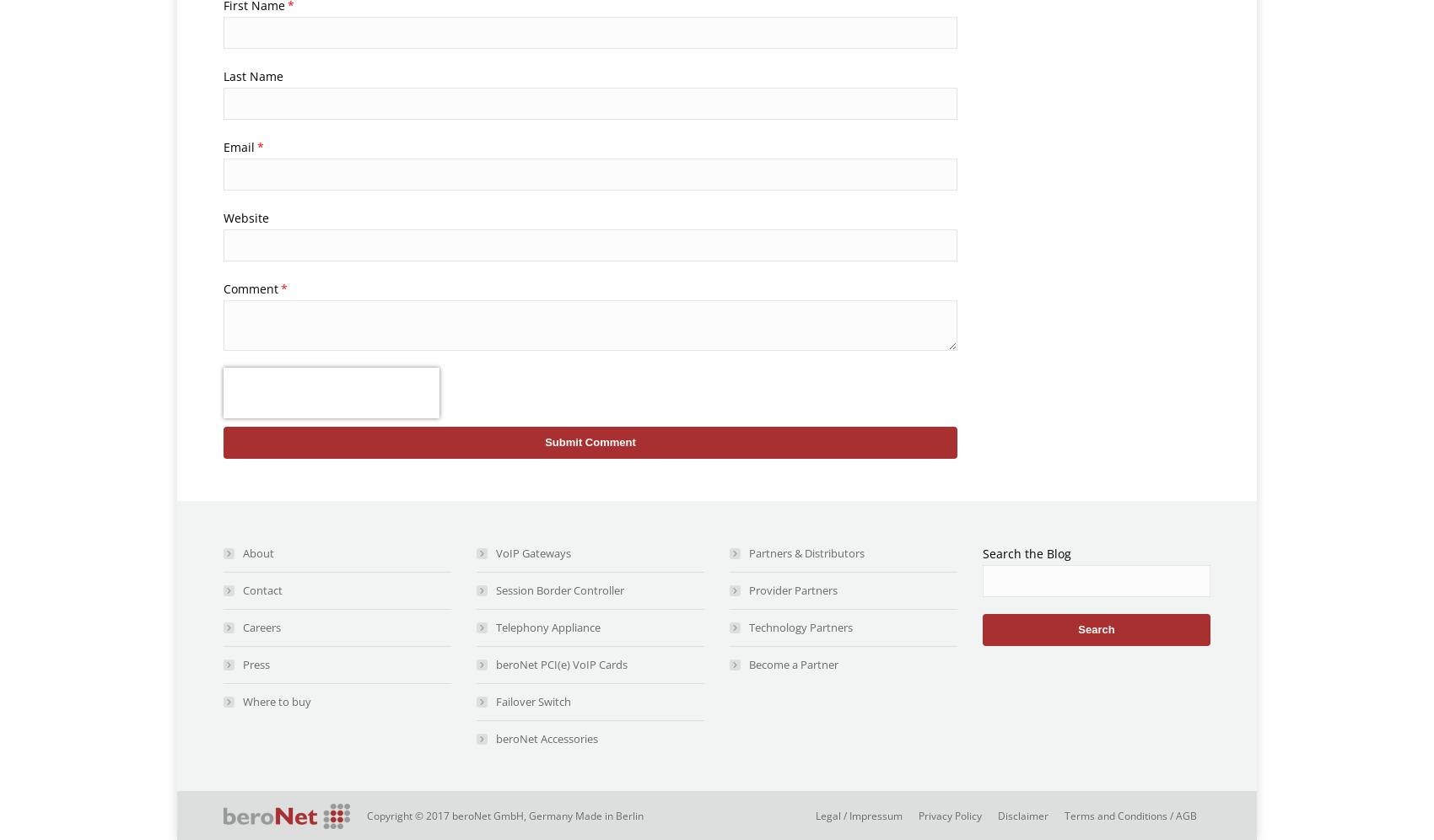 The height and width of the screenshot is (840, 1434). What do you see at coordinates (1026, 552) in the screenshot?
I see `'Search the Blog'` at bounding box center [1026, 552].